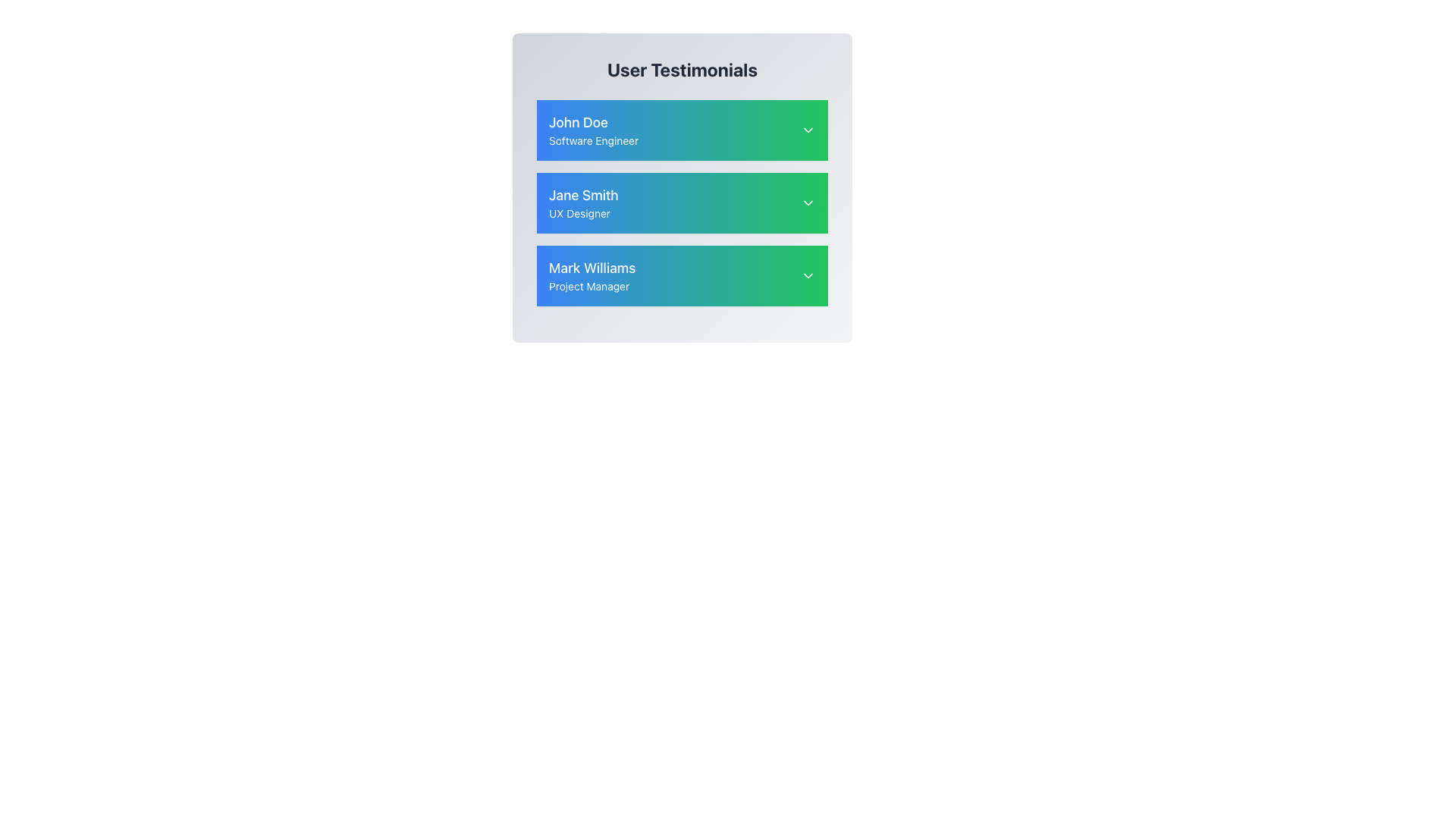  What do you see at coordinates (593, 130) in the screenshot?
I see `the Text Display element that shows the user's name and title in the testimonial list, which is located beneath the heading 'User Testimonials'` at bounding box center [593, 130].